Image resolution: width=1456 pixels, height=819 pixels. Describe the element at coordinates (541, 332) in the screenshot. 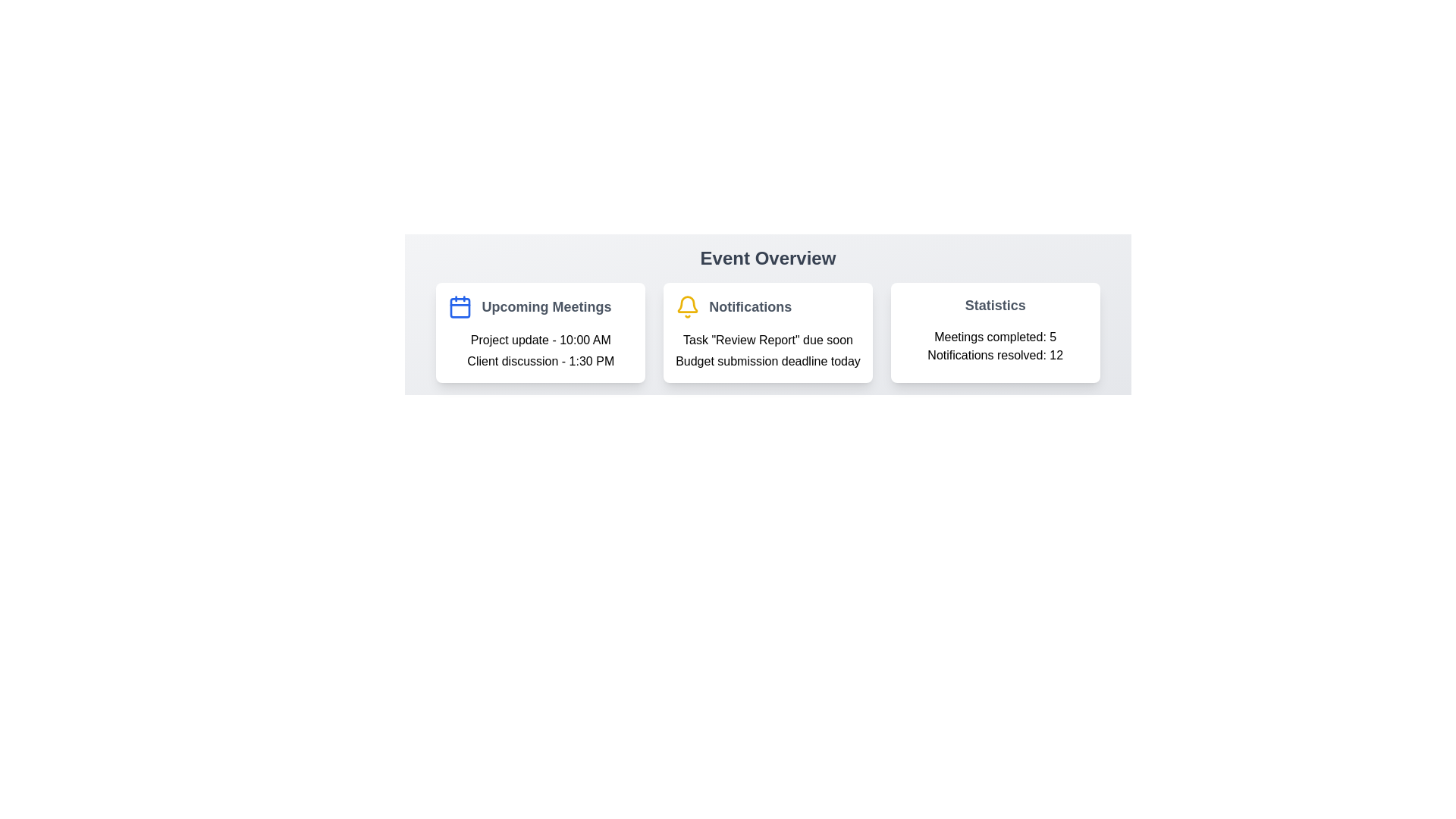

I see `information displayed on the Informational Card, which is the leftmost card in the grid layout showing scheduled meetings` at that location.